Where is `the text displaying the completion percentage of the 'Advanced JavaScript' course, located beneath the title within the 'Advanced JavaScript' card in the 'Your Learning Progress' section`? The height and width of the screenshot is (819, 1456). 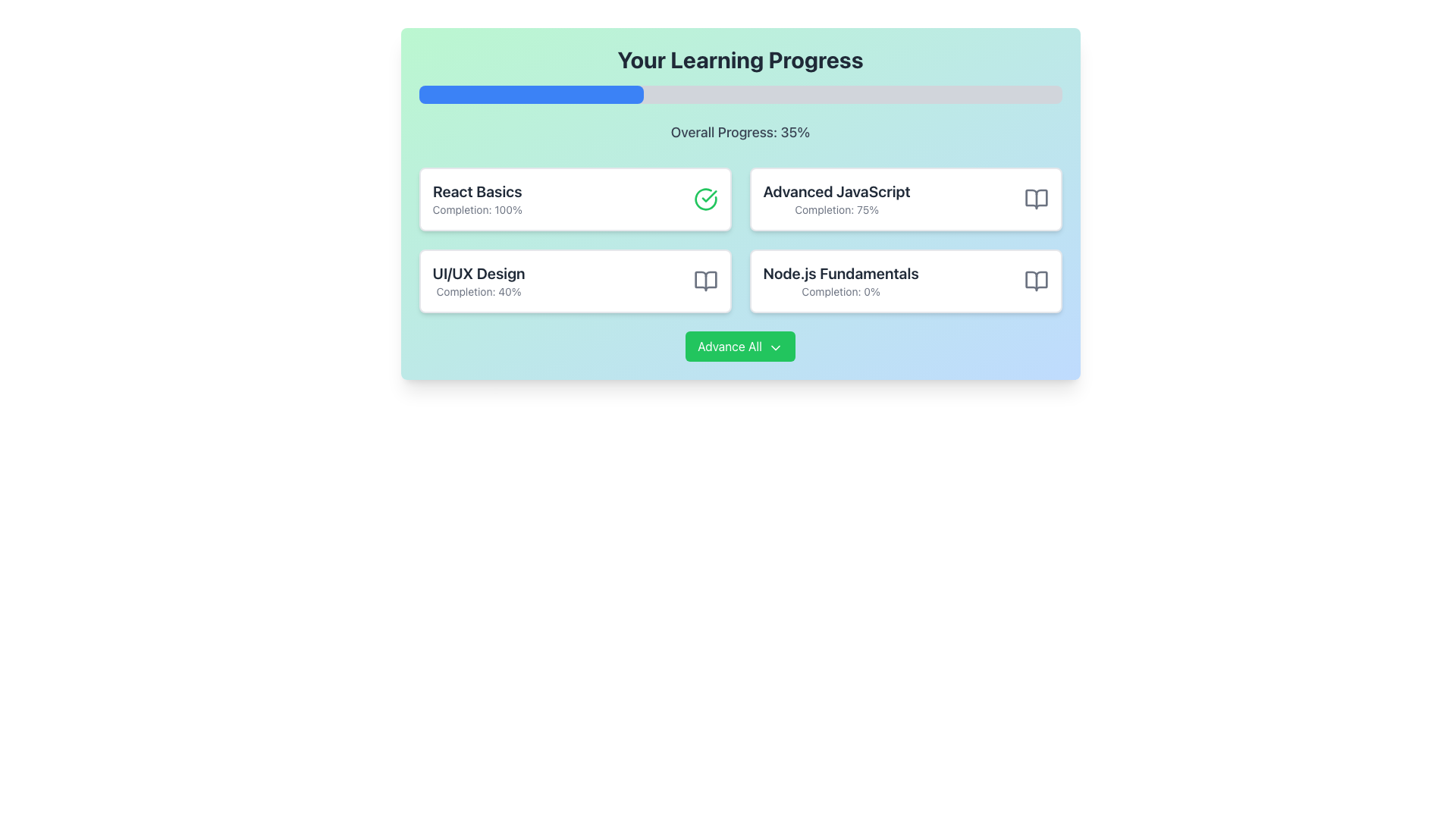
the text displaying the completion percentage of the 'Advanced JavaScript' course, located beneath the title within the 'Advanced JavaScript' card in the 'Your Learning Progress' section is located at coordinates (836, 210).